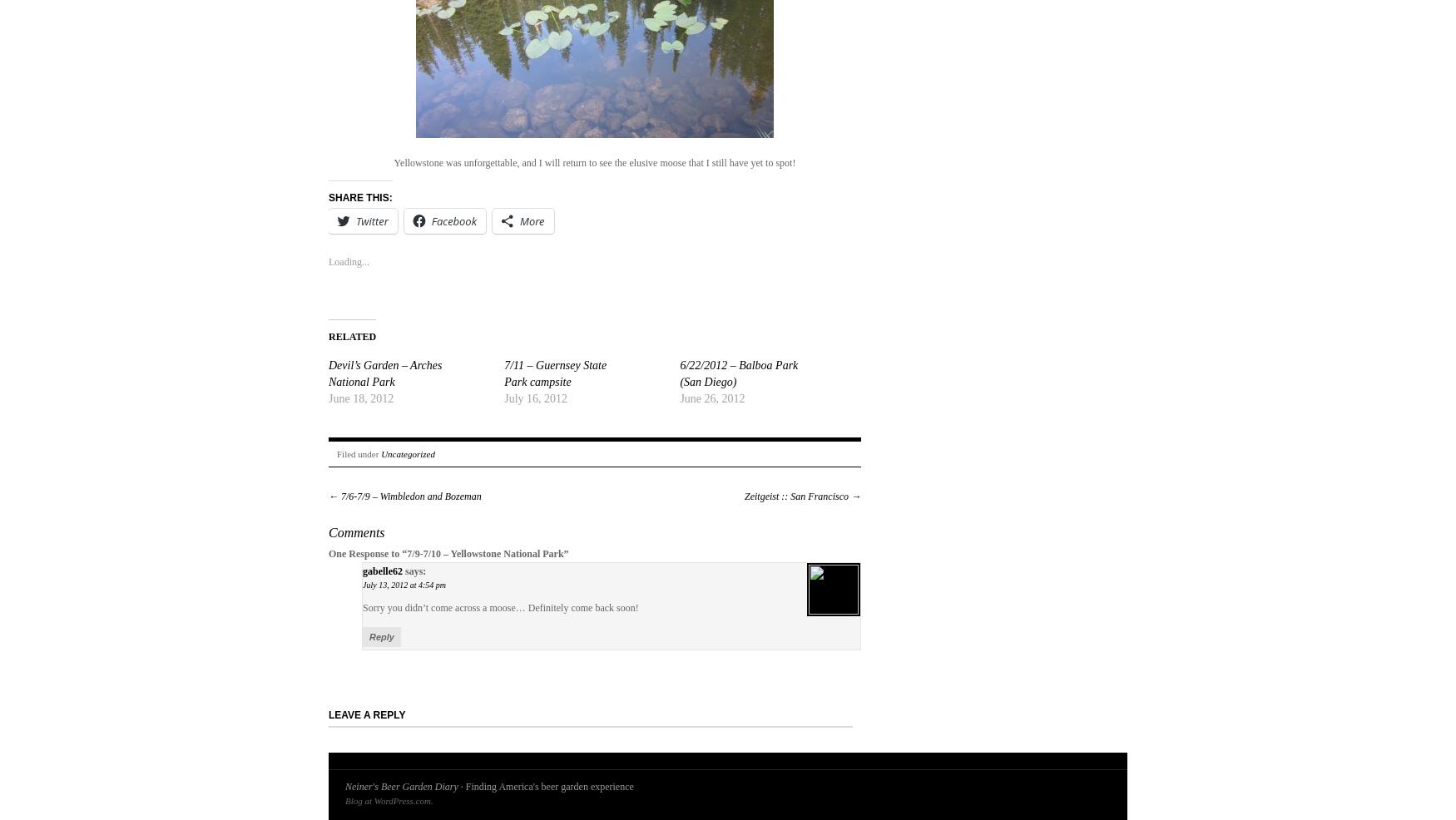  Describe the element at coordinates (519, 221) in the screenshot. I see `'More'` at that location.